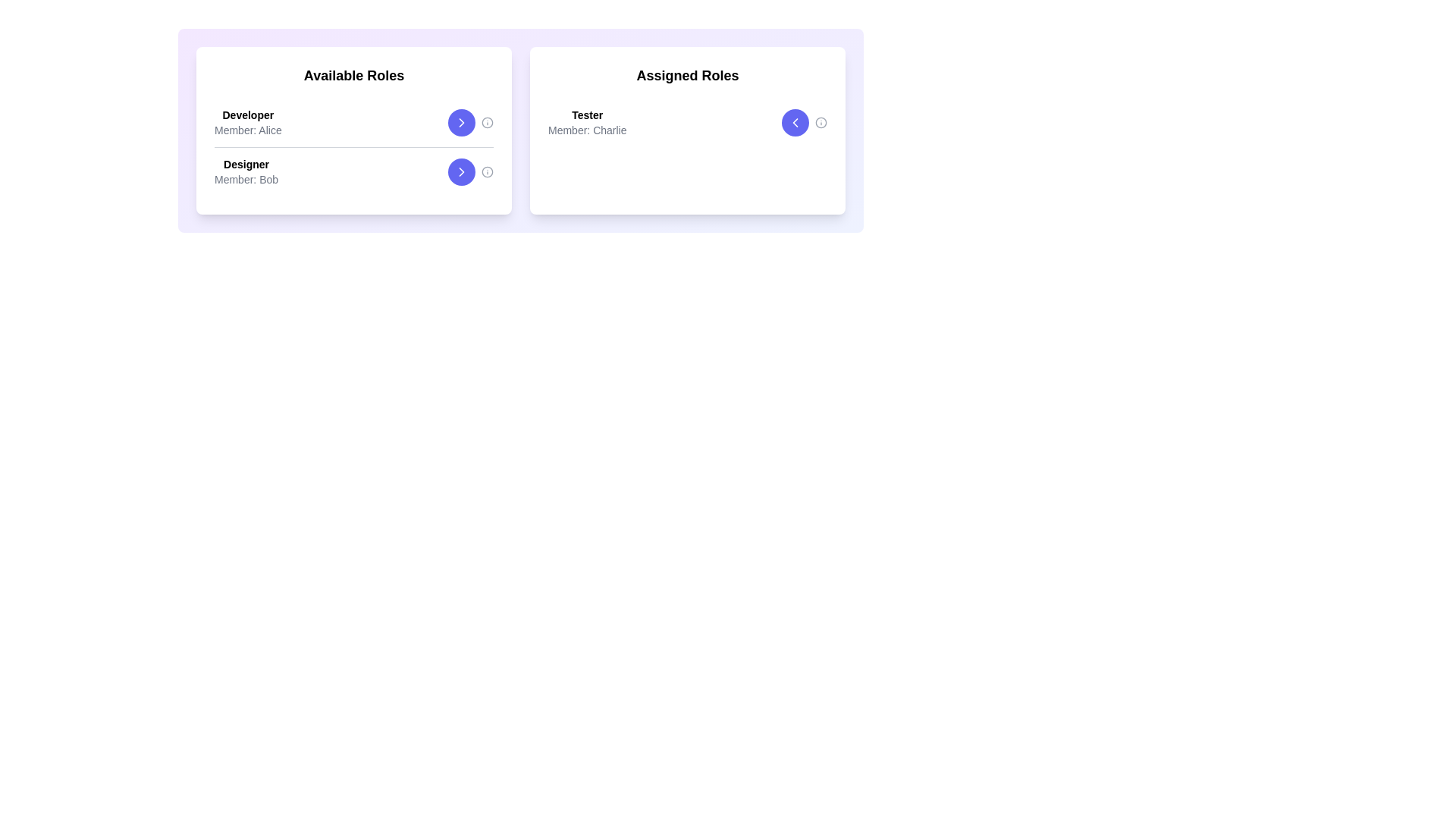 The image size is (1456, 819). I want to click on transfer button for the role Developer in the available list, so click(461, 122).